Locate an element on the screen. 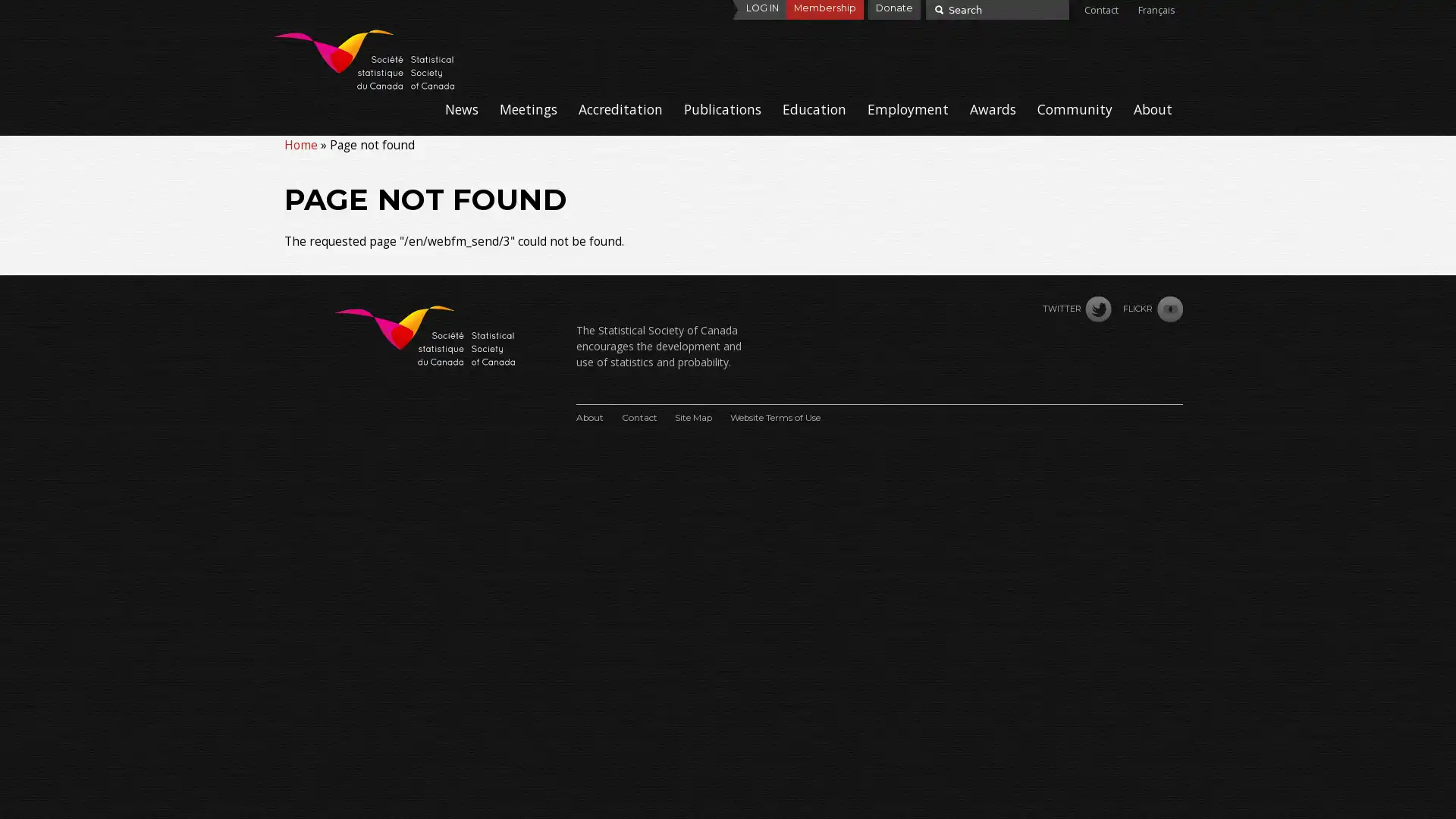 This screenshot has width=1456, height=819. Search is located at coordinates (937, 8).